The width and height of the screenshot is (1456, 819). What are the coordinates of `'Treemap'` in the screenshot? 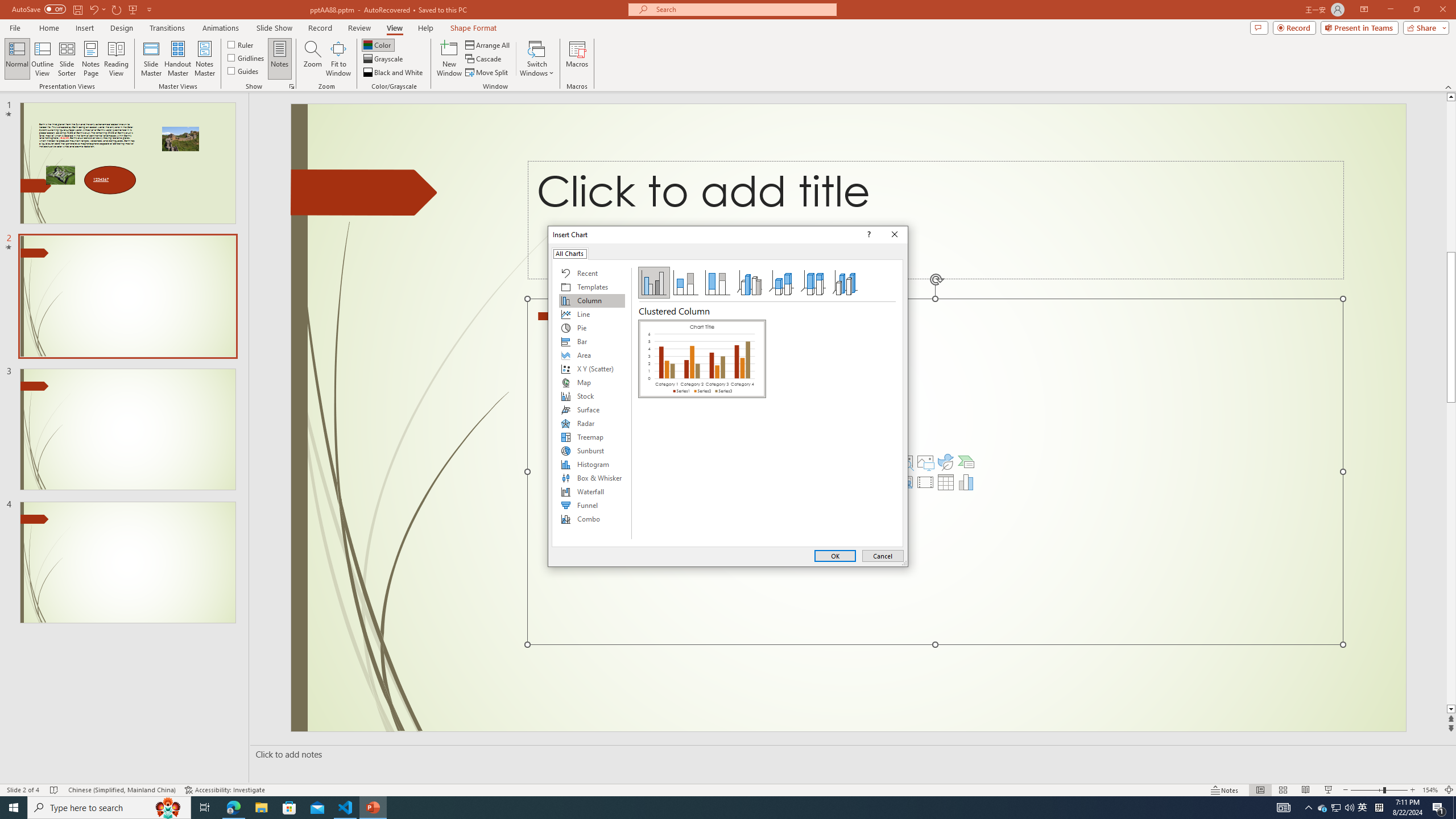 It's located at (591, 436).